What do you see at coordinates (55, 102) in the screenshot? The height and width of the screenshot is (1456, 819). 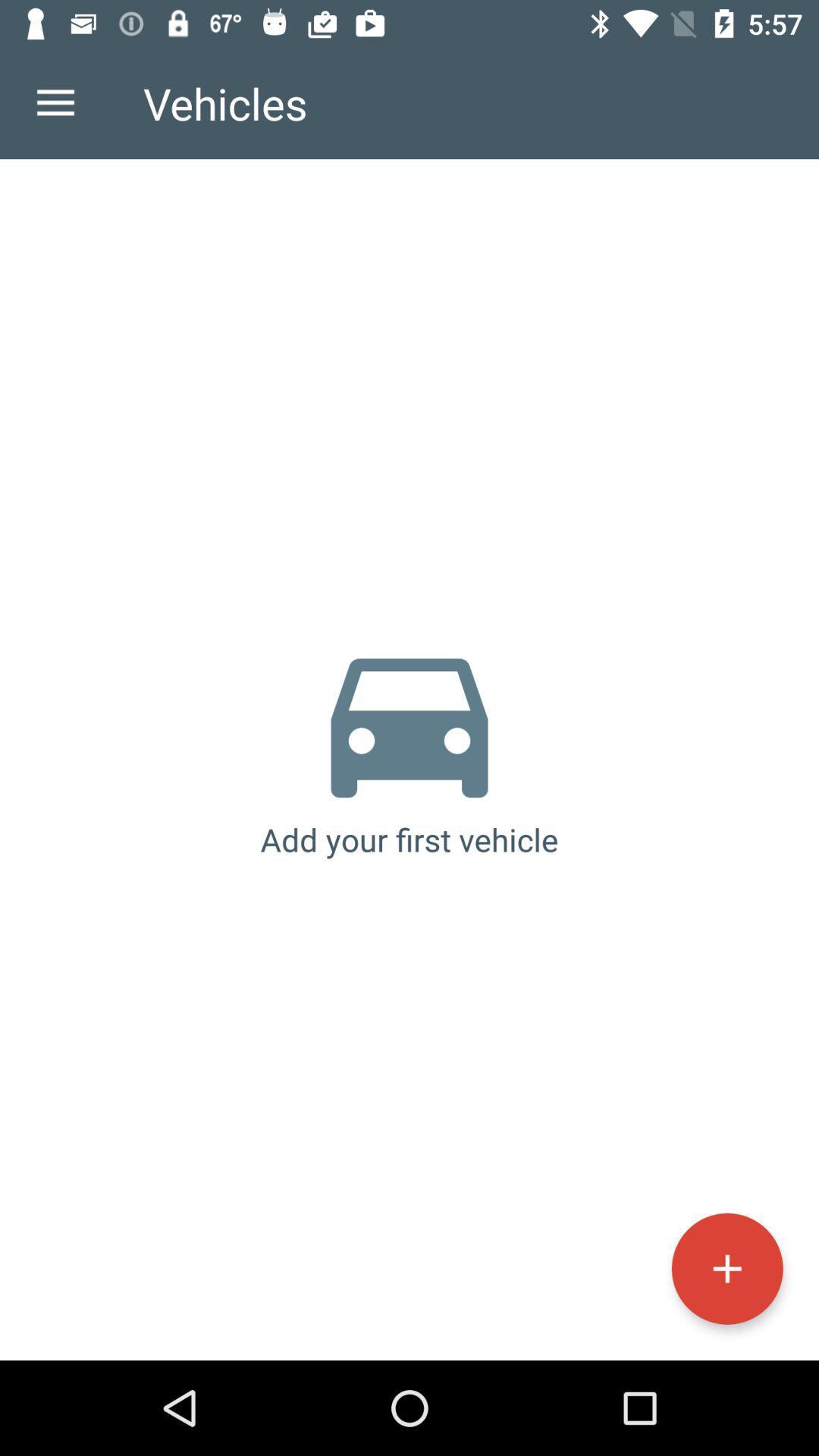 I see `the icon to the left of the vehicles` at bounding box center [55, 102].